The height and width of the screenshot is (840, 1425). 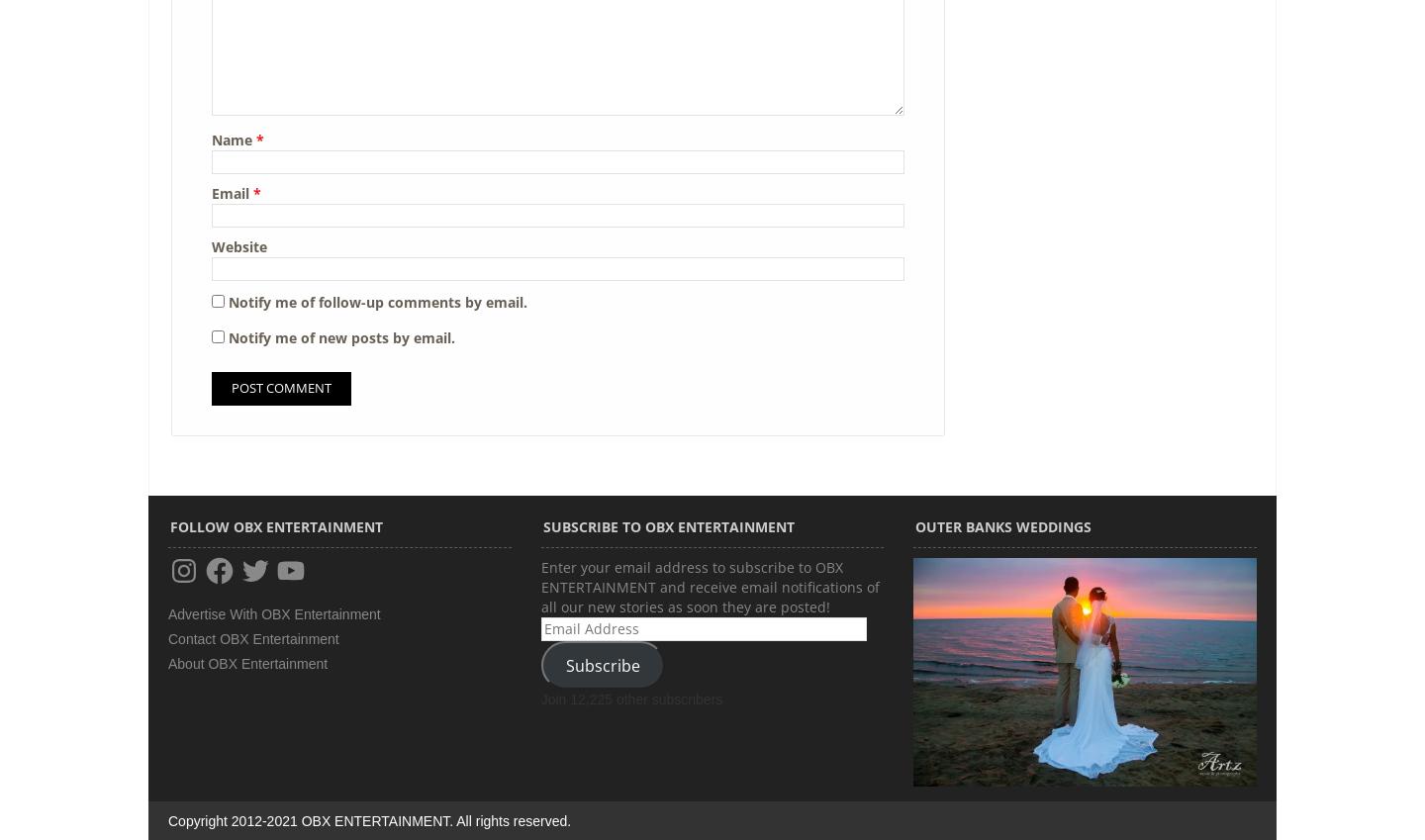 I want to click on 'Copyright 2012-2021 OBX ENTERTAINMENT. All rights reserved.', so click(x=368, y=819).